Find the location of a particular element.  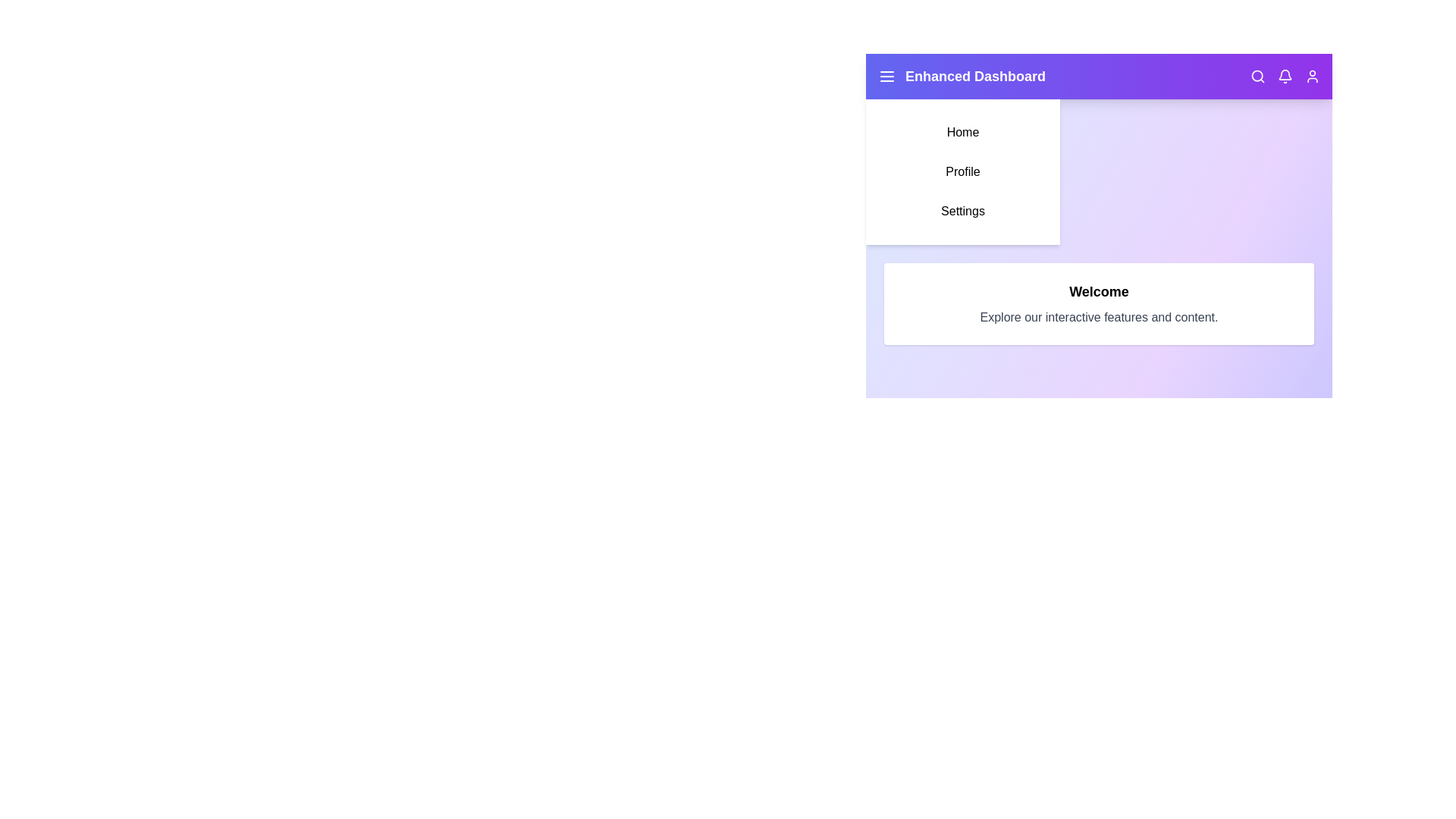

the 'Search' icon in the EnhancedAppBar is located at coordinates (1258, 76).